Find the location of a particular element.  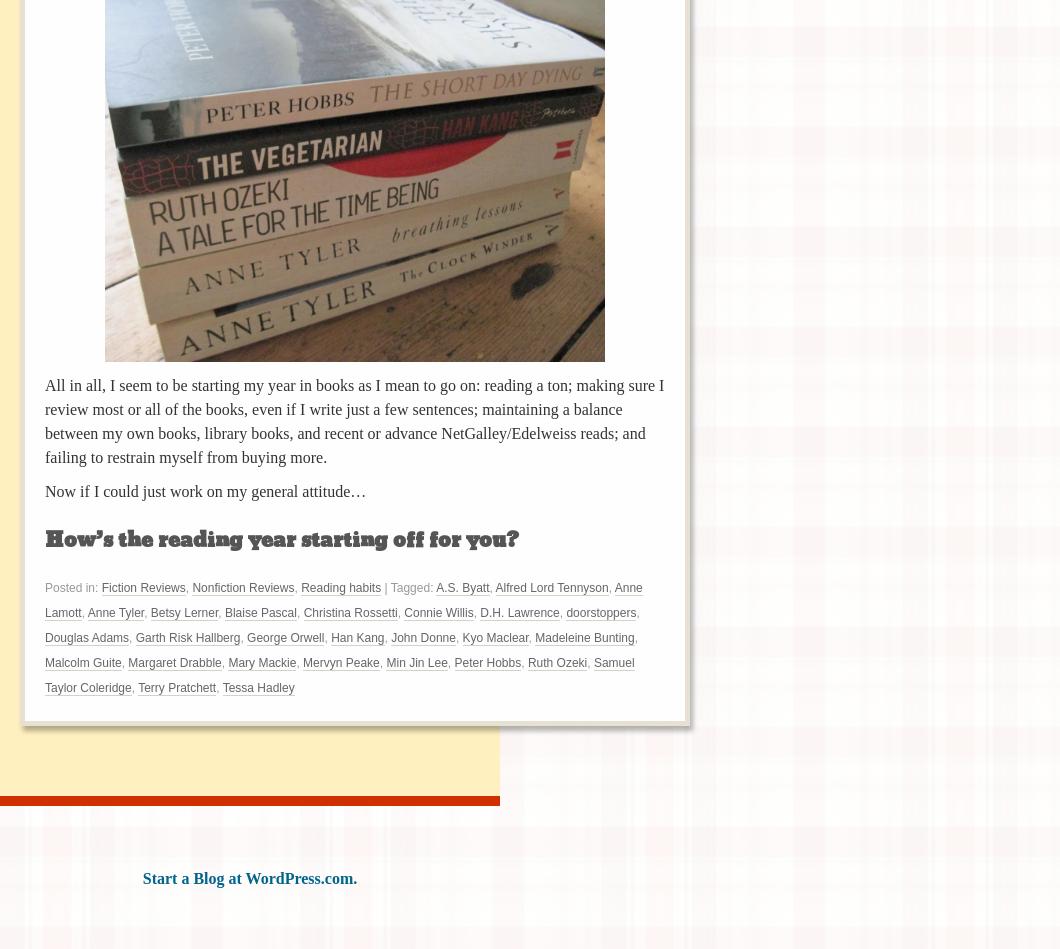

'Now if I could just work on my general attitude…' is located at coordinates (204, 489).